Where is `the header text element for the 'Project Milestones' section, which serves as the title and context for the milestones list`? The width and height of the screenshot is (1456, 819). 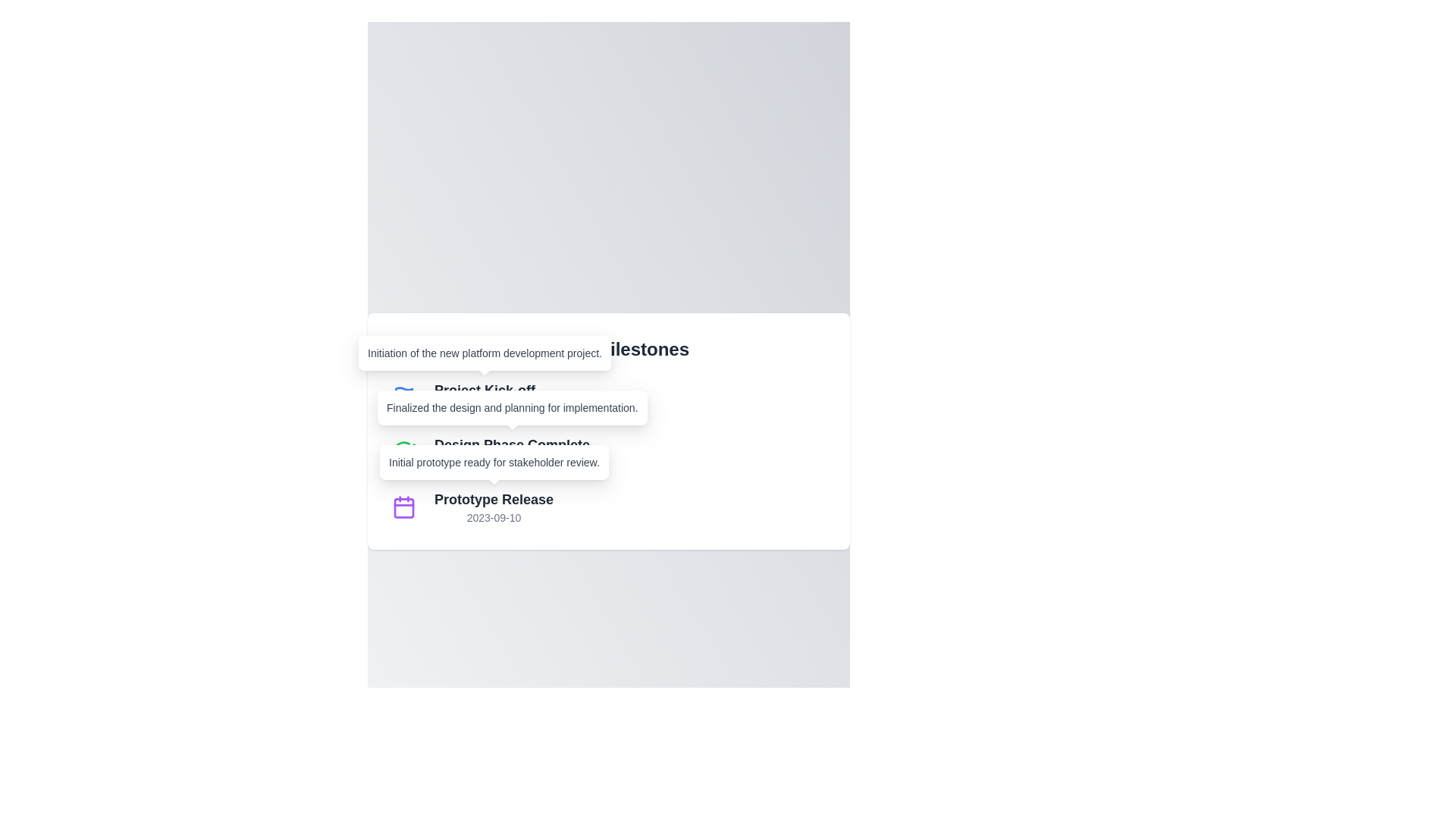
the header text element for the 'Project Milestones' section, which serves as the title and context for the milestones list is located at coordinates (608, 350).